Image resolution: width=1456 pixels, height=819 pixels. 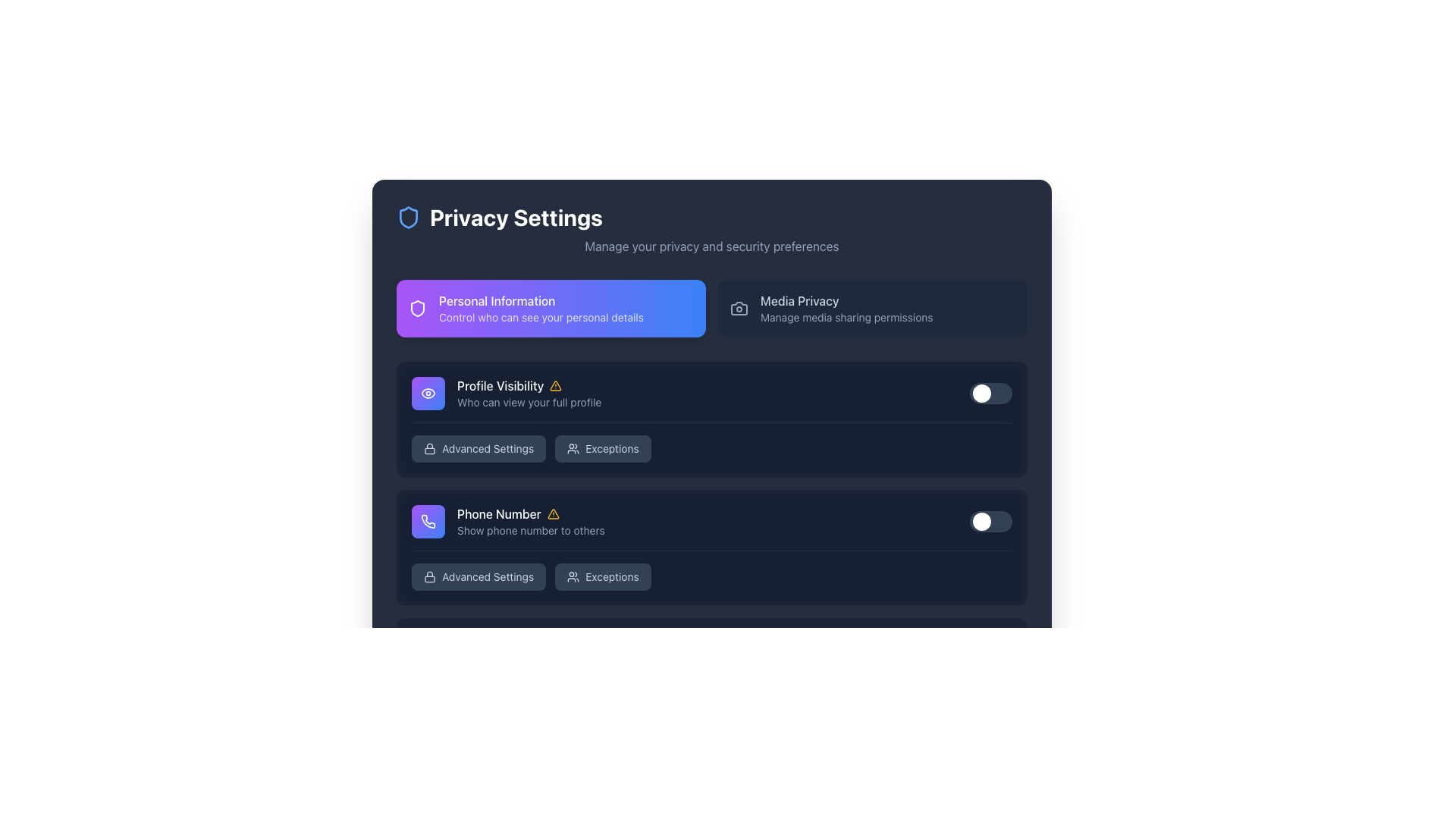 What do you see at coordinates (529, 385) in the screenshot?
I see `the Text Label indicating privacy settings related to profile visibility, located in the 'Privacy Settings' section beneath 'Personal Information'` at bounding box center [529, 385].